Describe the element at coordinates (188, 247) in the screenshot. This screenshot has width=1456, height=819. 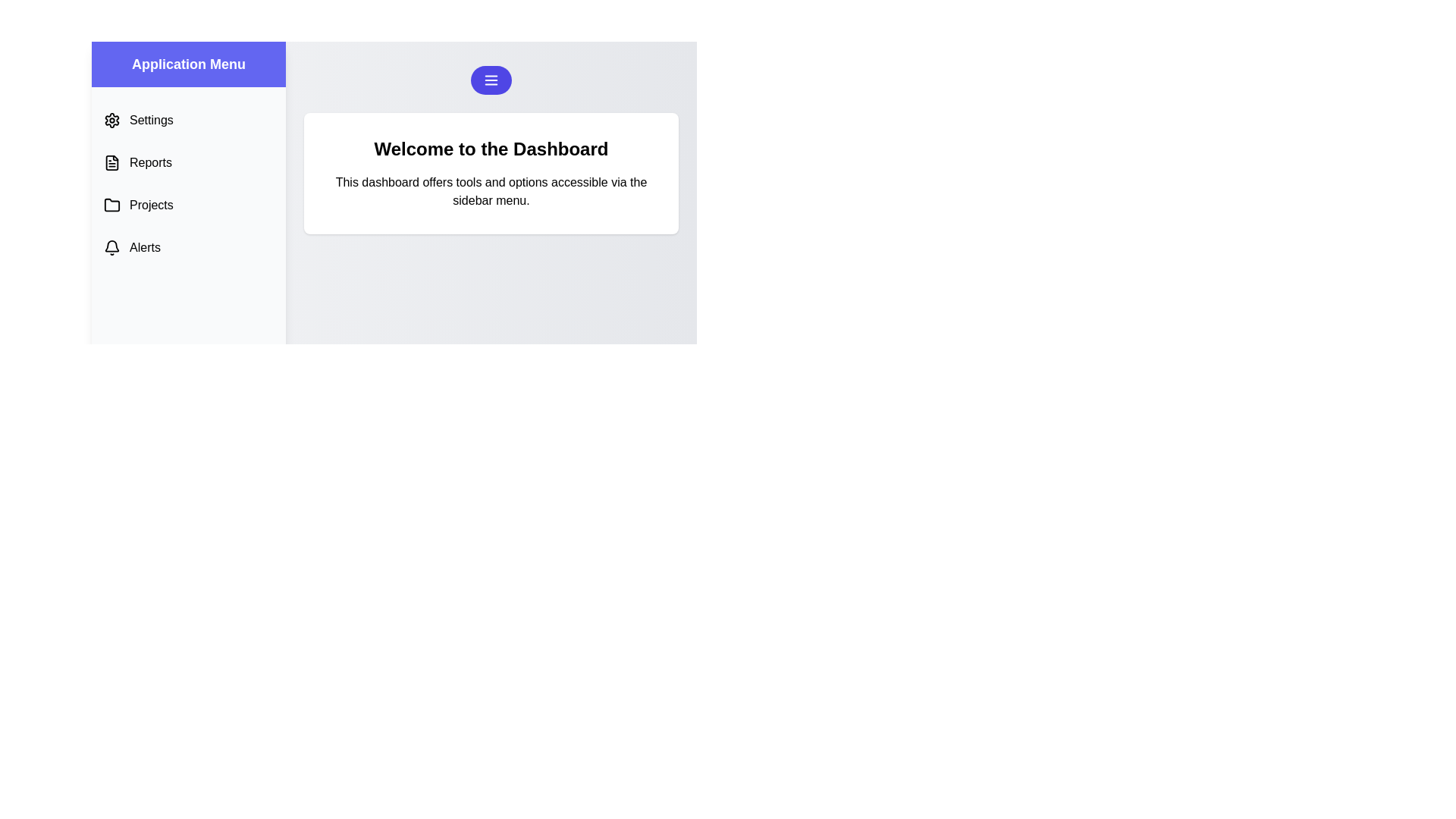
I see `the menu option labeled 'Alerts' to see its hover effect` at that location.